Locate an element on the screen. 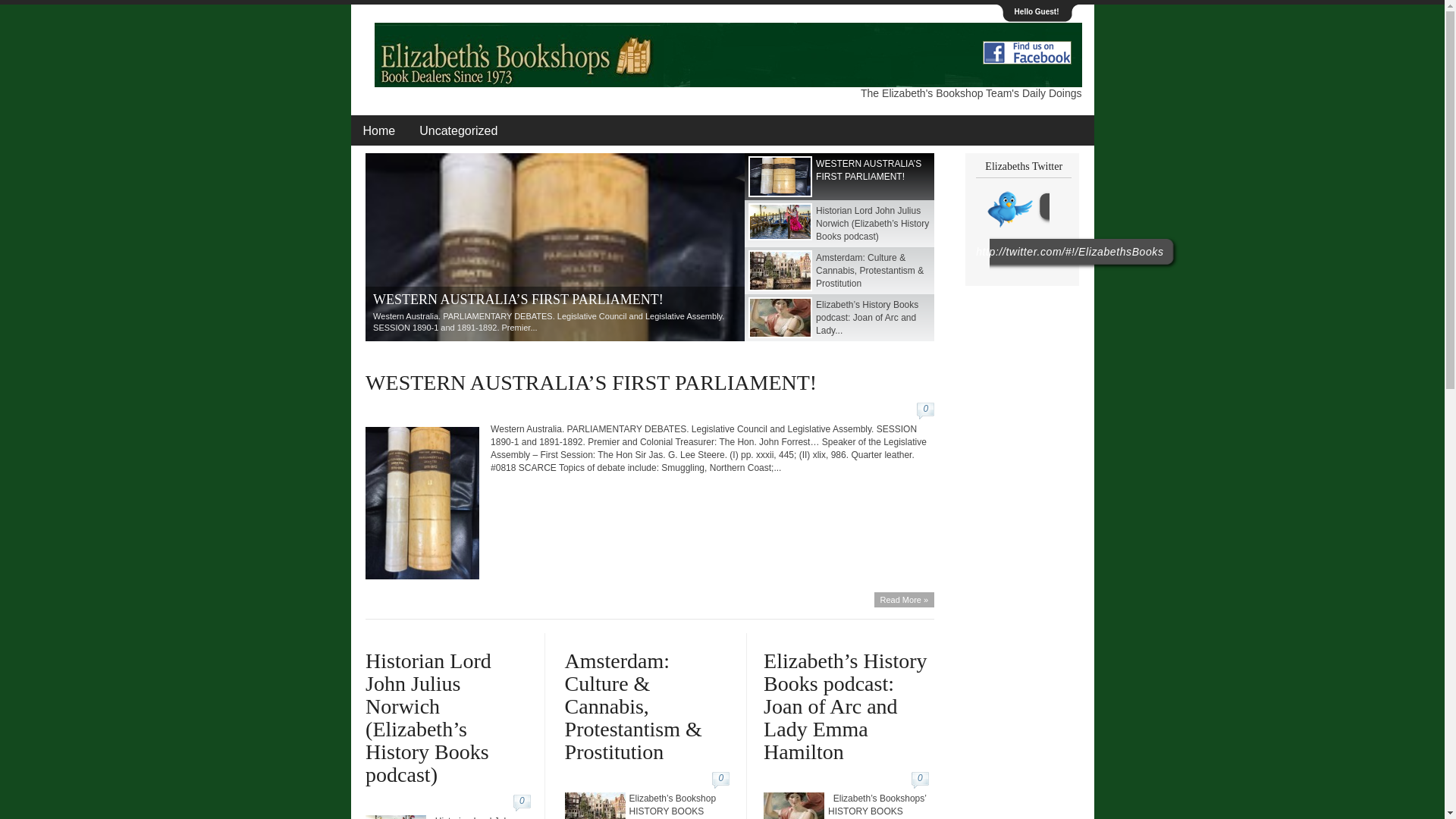 The width and height of the screenshot is (1456, 819). 'http://twitter.com/#!/ElizabethsBooks' is located at coordinates (1068, 250).